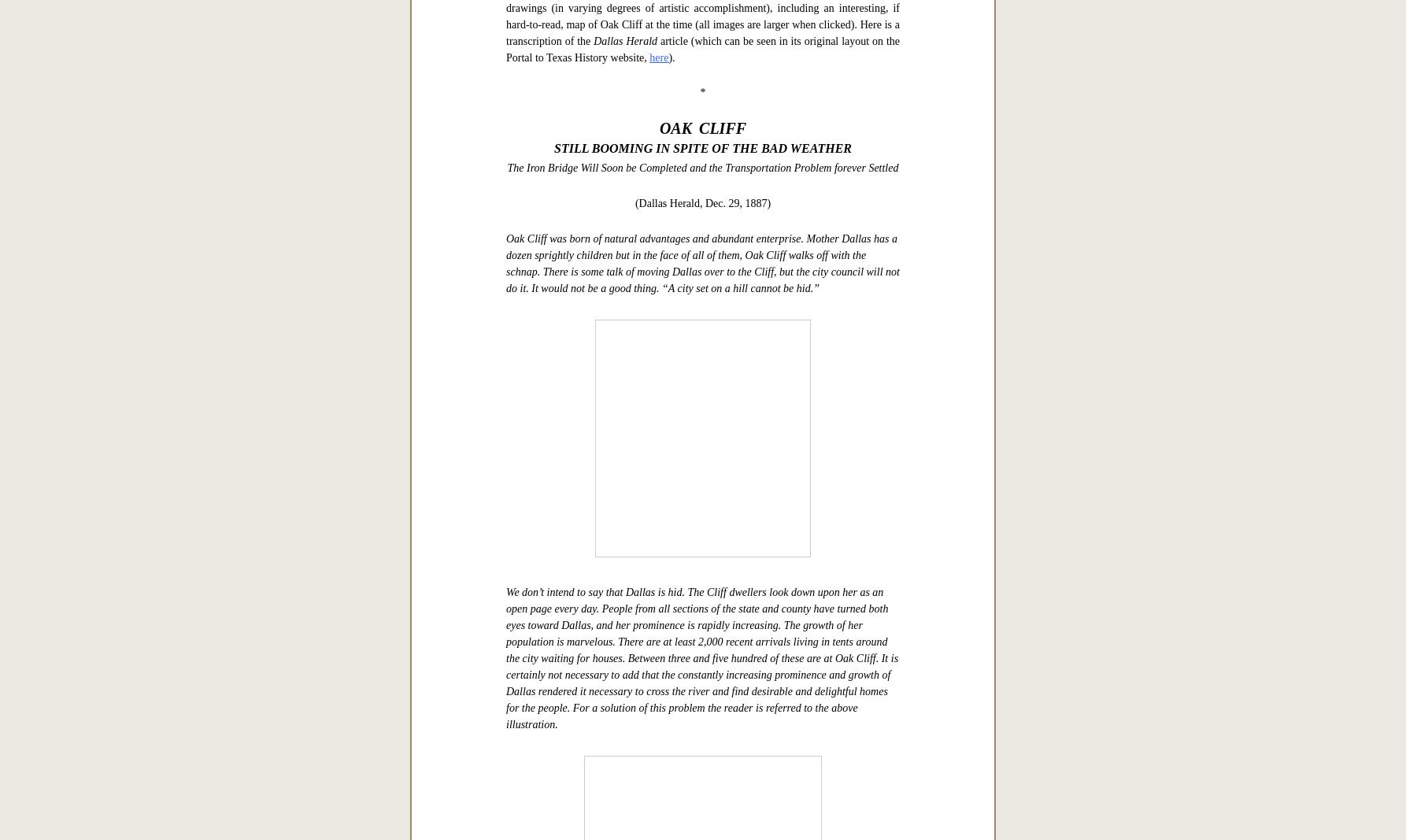 This screenshot has height=840, width=1406. I want to click on 'The Dallas Herald', so click(595, 418).